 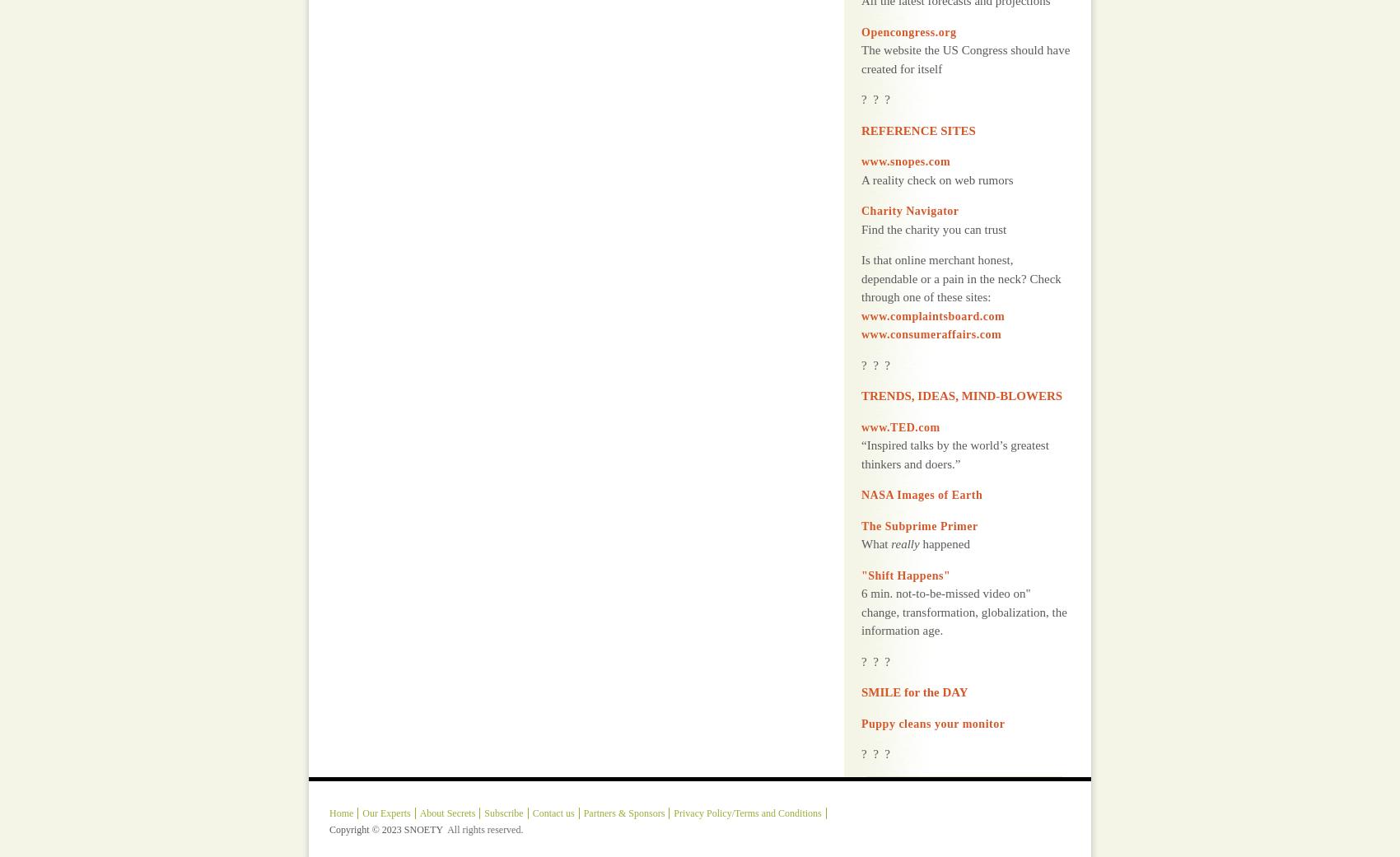 I want to click on 'Privacy Policy/Terms and Conditions', so click(x=747, y=771).